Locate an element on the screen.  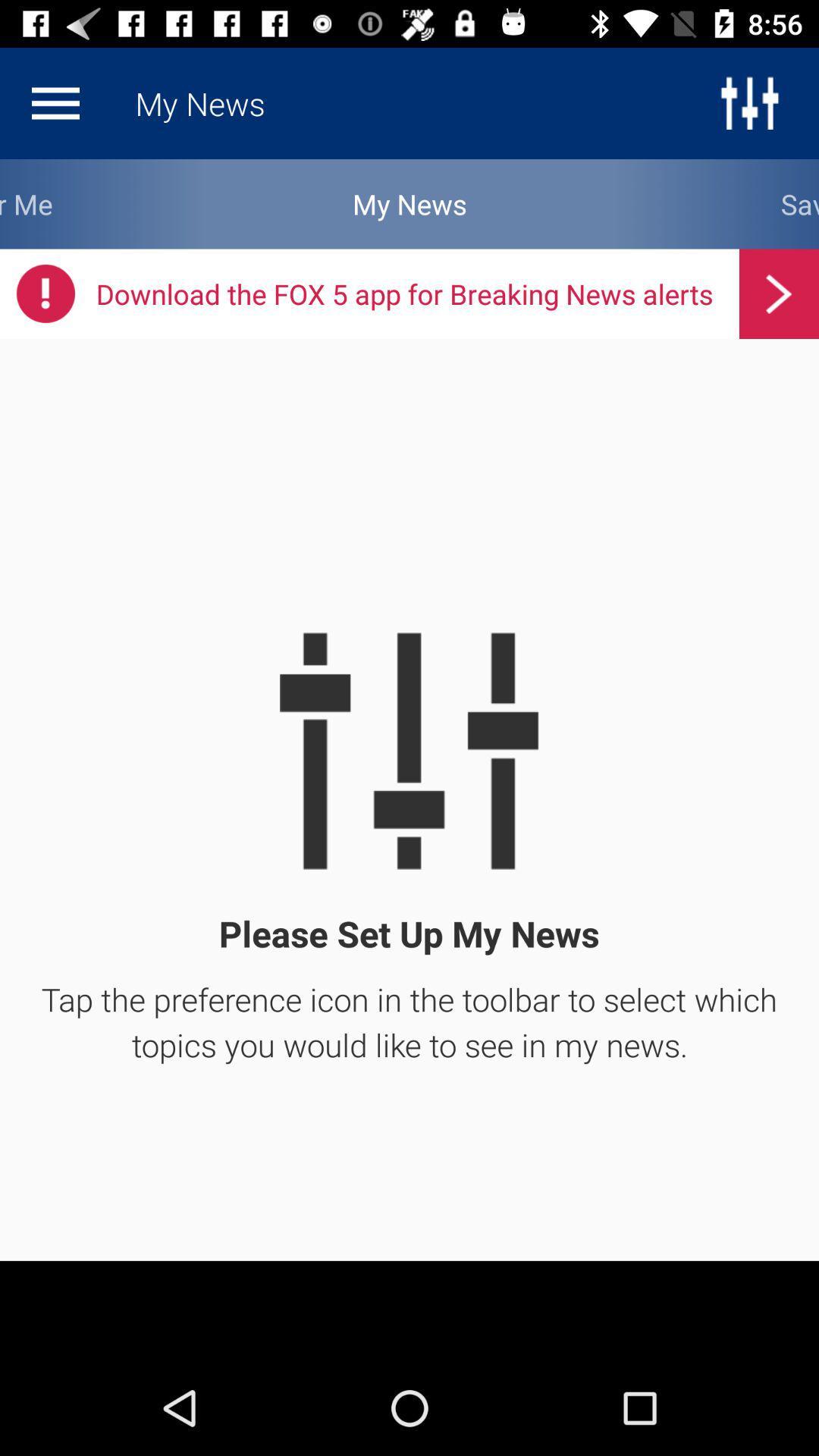
the sliders icon is located at coordinates (748, 102).